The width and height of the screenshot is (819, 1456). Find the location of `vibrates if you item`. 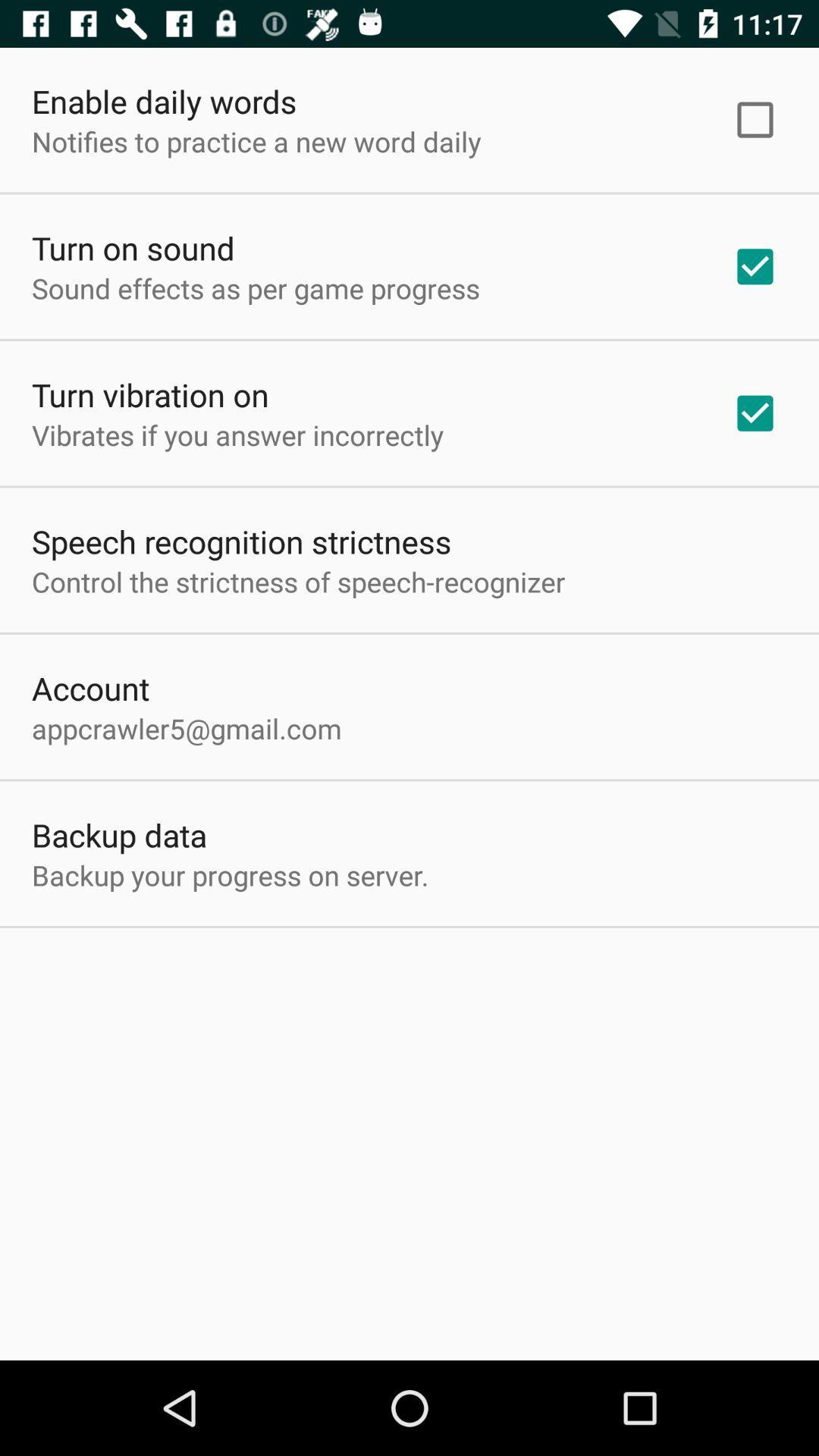

vibrates if you item is located at coordinates (237, 434).